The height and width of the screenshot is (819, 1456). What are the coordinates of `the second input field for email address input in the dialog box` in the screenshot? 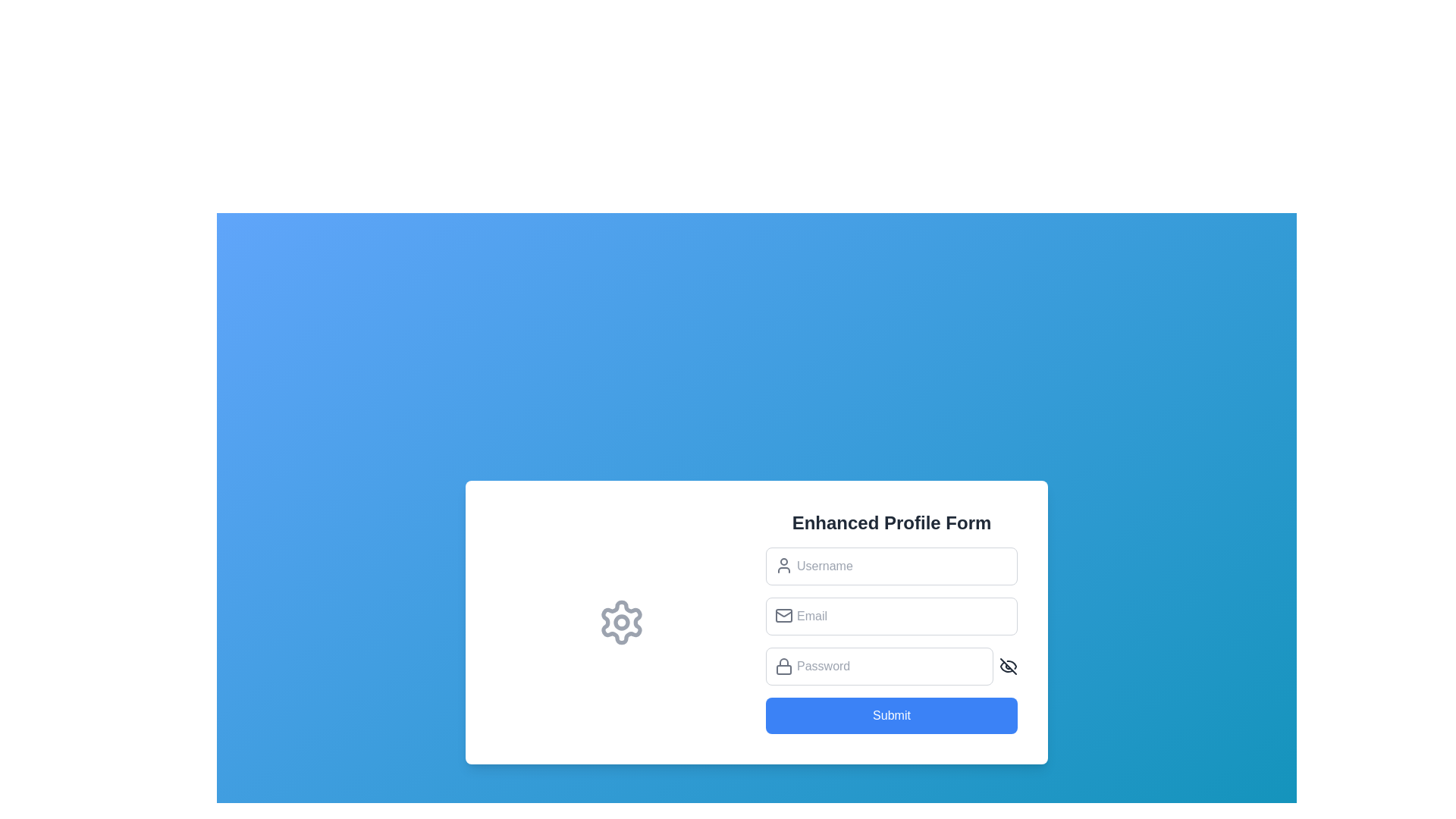 It's located at (892, 617).